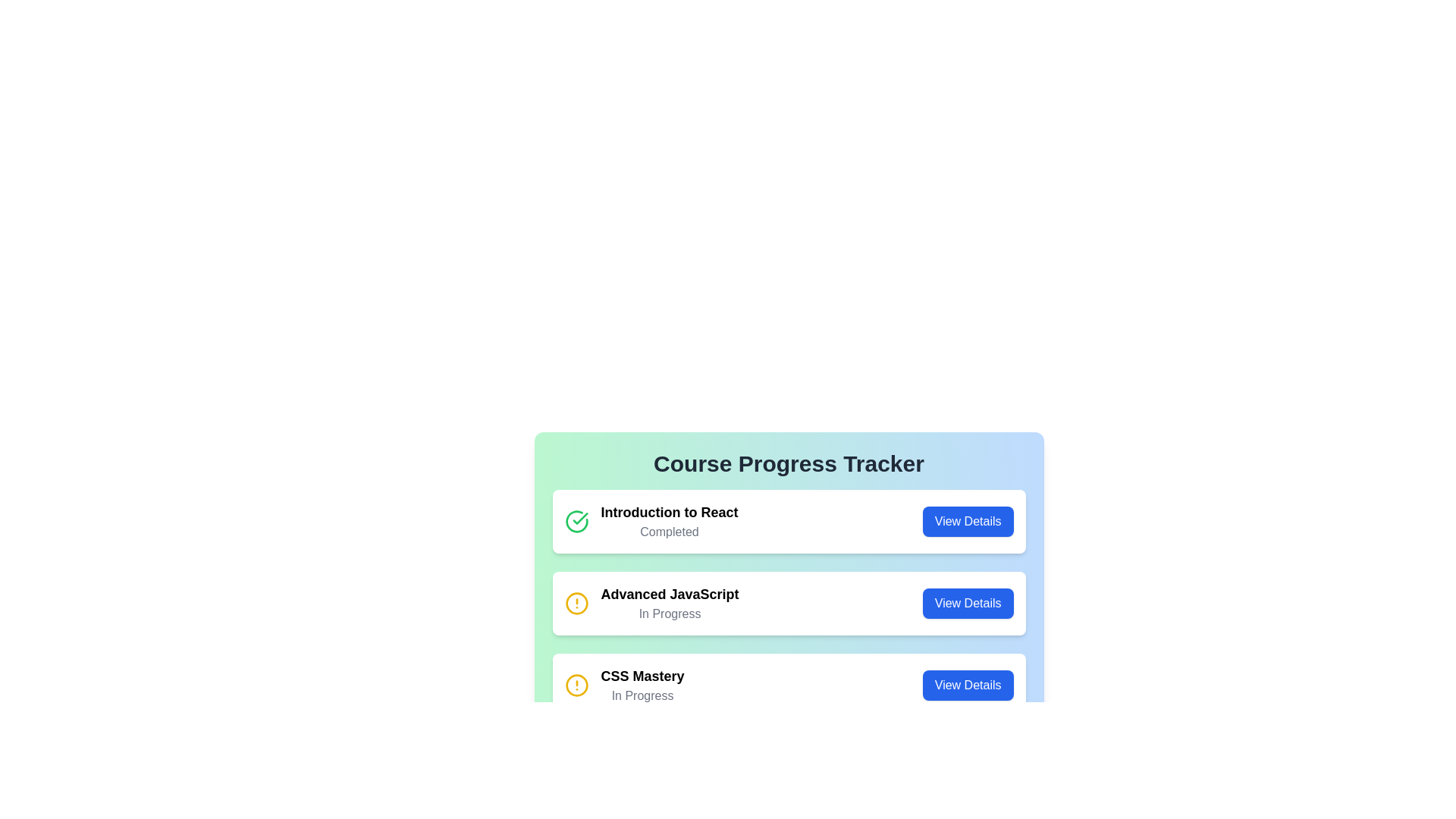 This screenshot has width=1456, height=819. What do you see at coordinates (669, 593) in the screenshot?
I see `the bold, large-sized text reading 'Advanced JavaScript', which is styled prominently with a black serif font and located in the second item of the vertical list under 'Course Progress Tracker'` at bounding box center [669, 593].